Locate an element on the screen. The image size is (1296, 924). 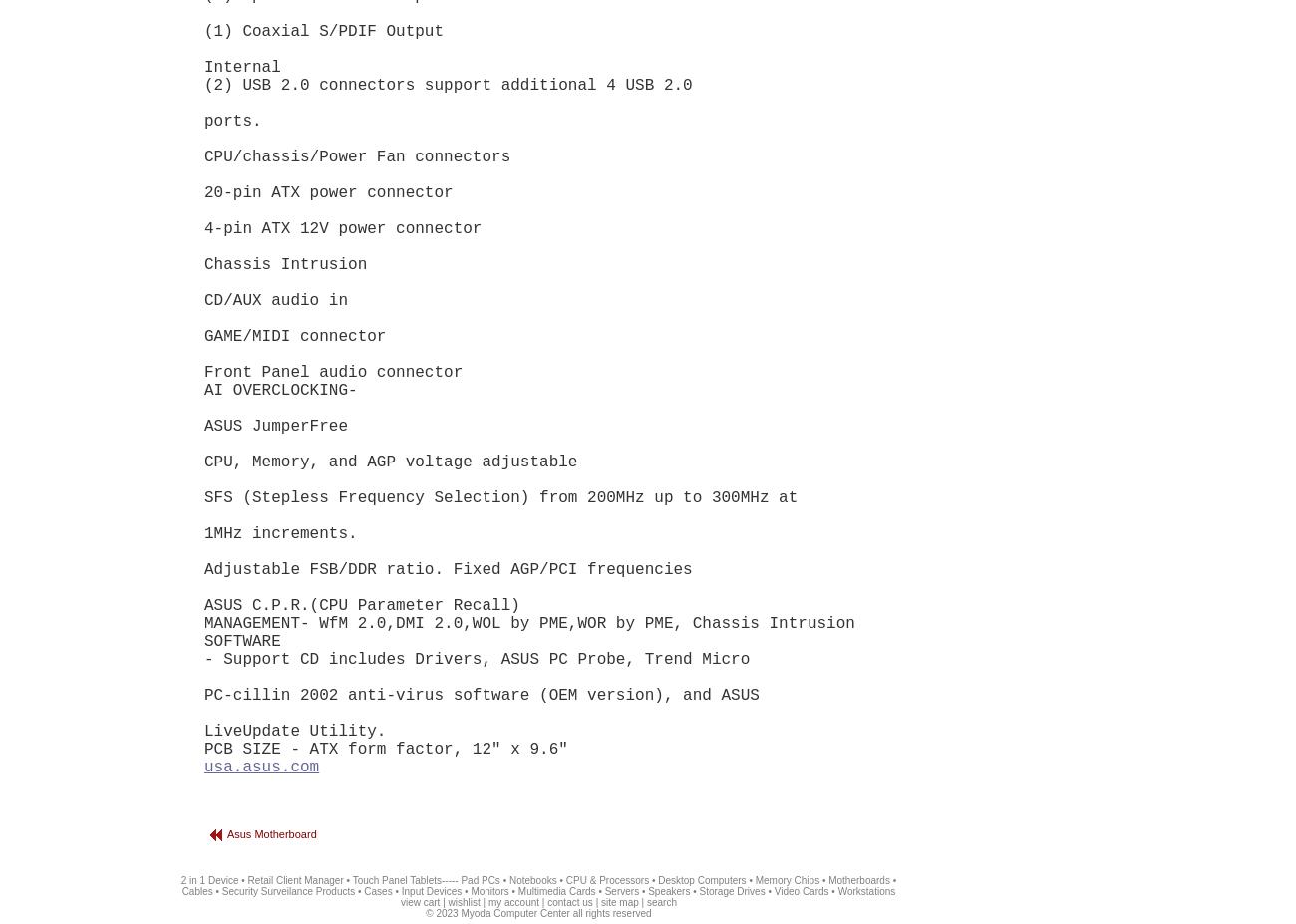
'(1) Coaxial S/PDIF Output' is located at coordinates (324, 30).